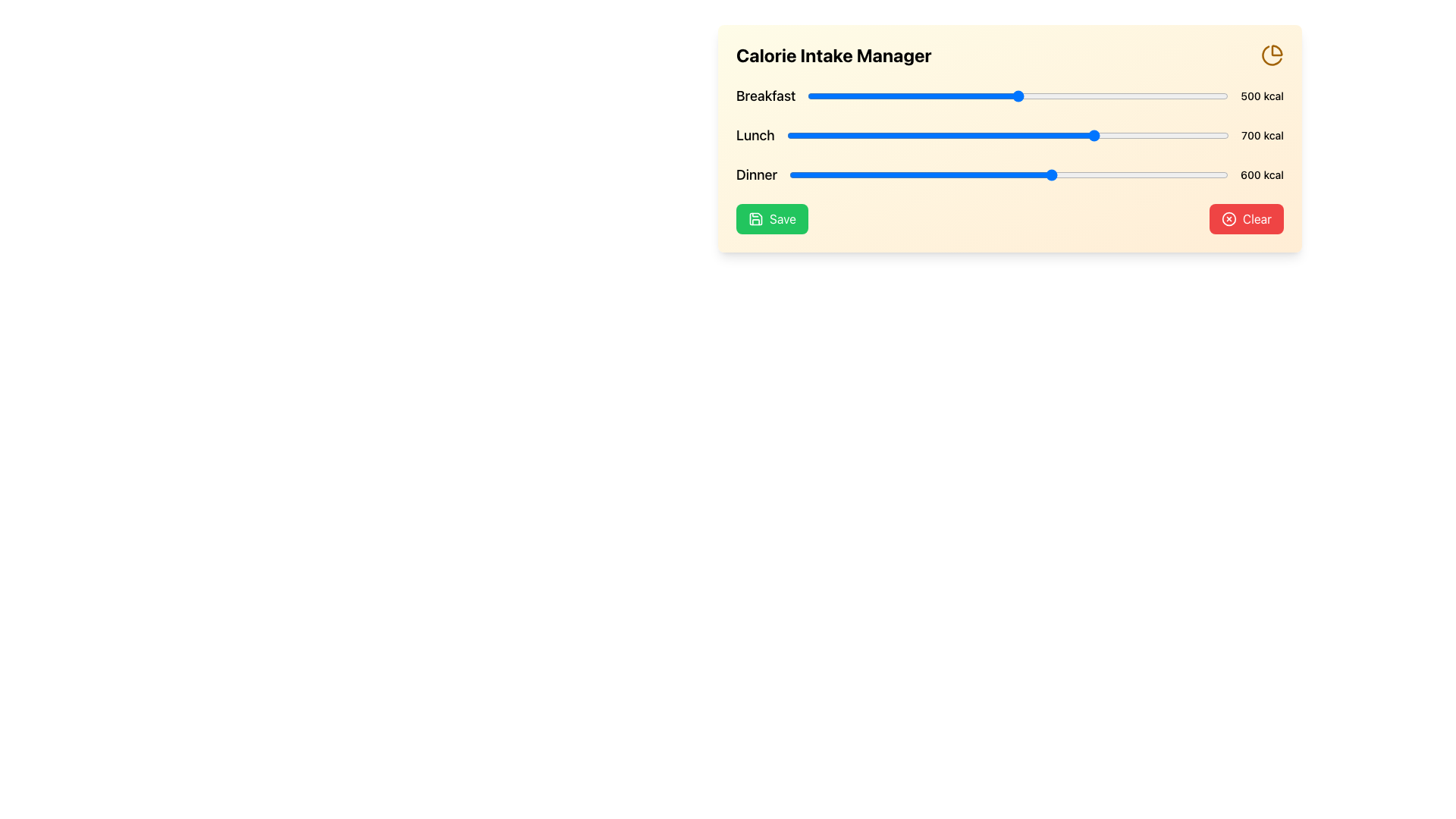  Describe the element at coordinates (1181, 174) in the screenshot. I see `the dinner calorie intake slider` at that location.